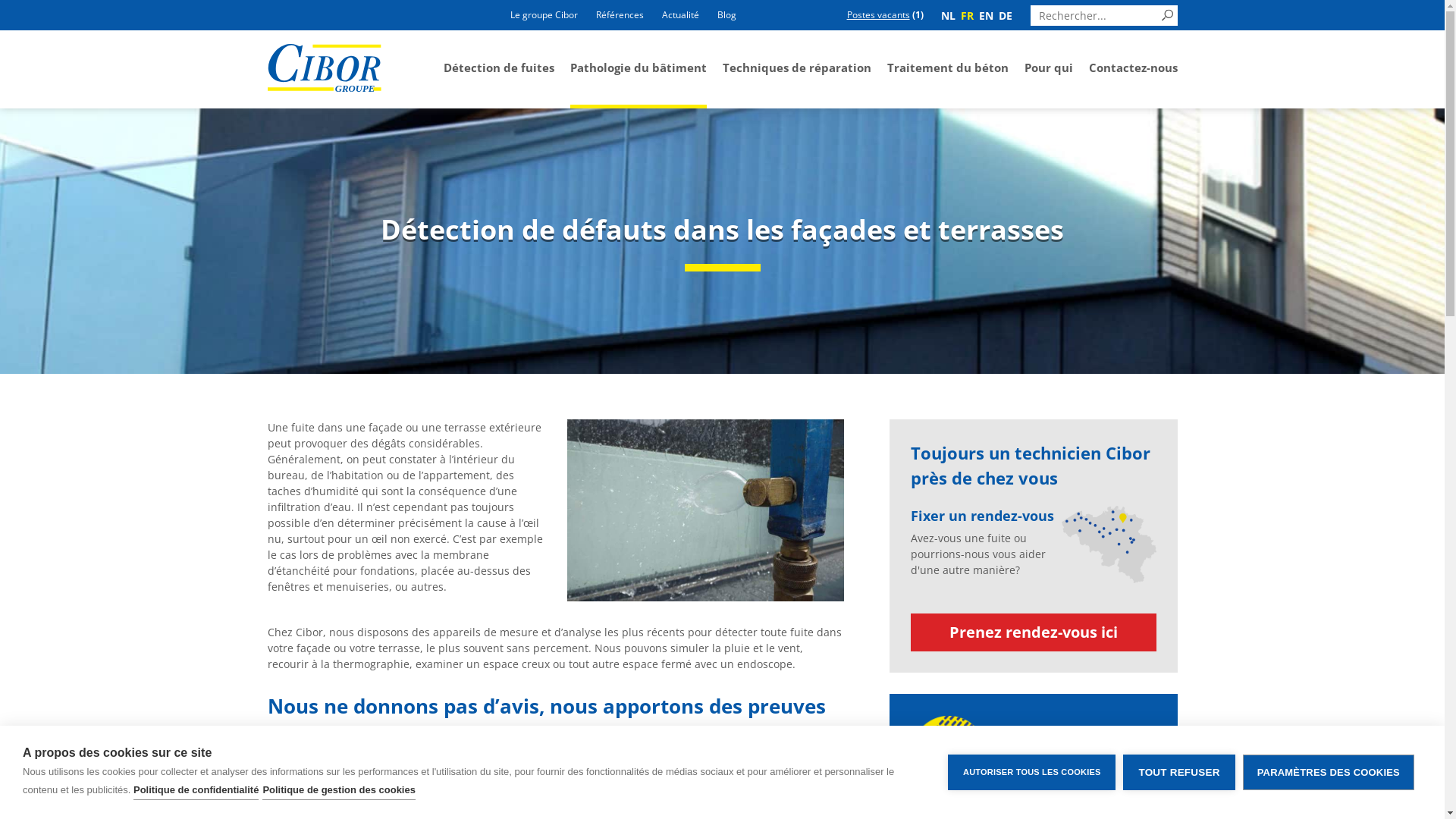 This screenshot has width=1456, height=819. I want to click on 'Pour qui', so click(1047, 69).